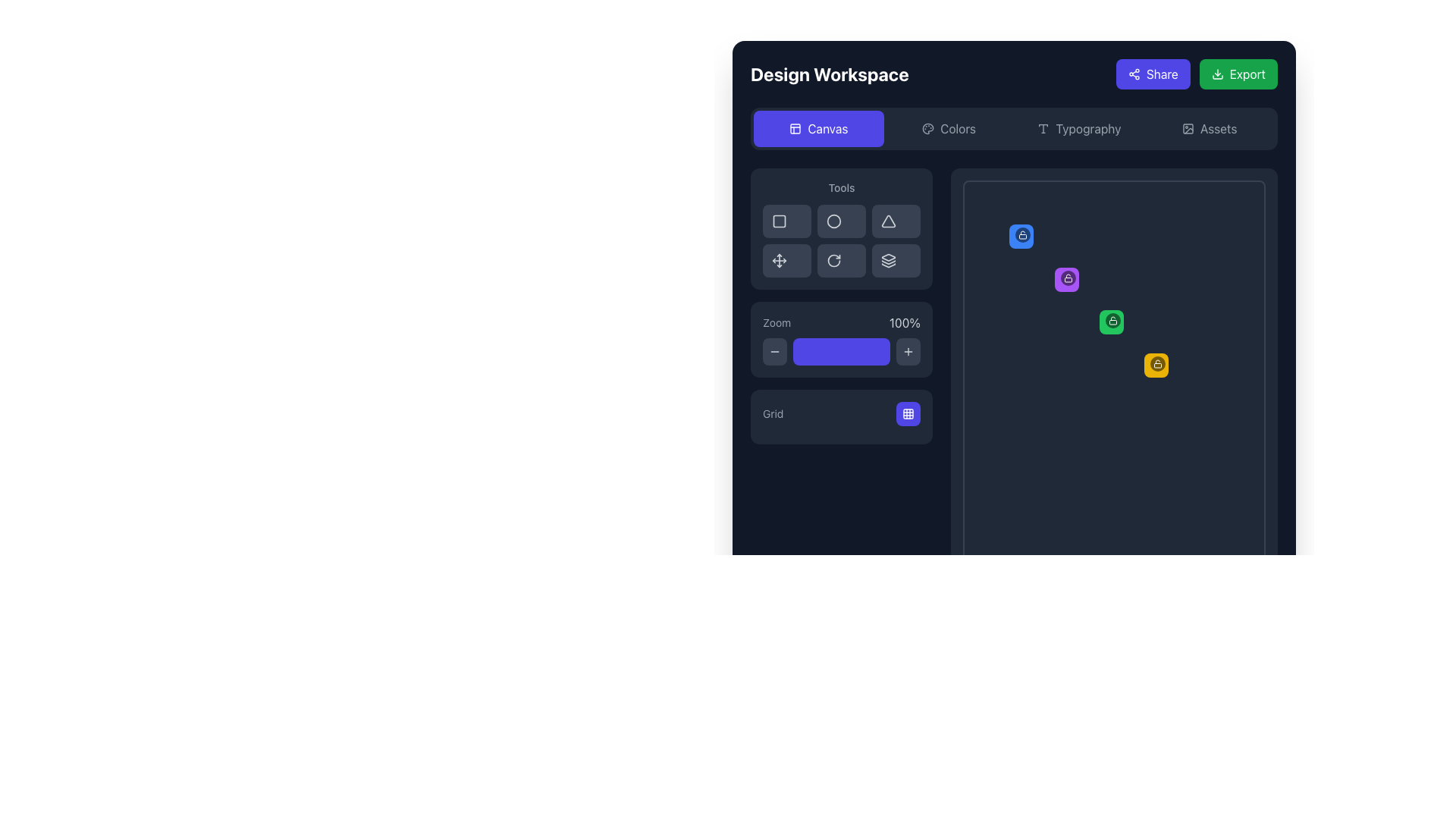  I want to click on the Icon button located in the left section of the interface, which is the first item in the group of tool icons, so click(779, 221).